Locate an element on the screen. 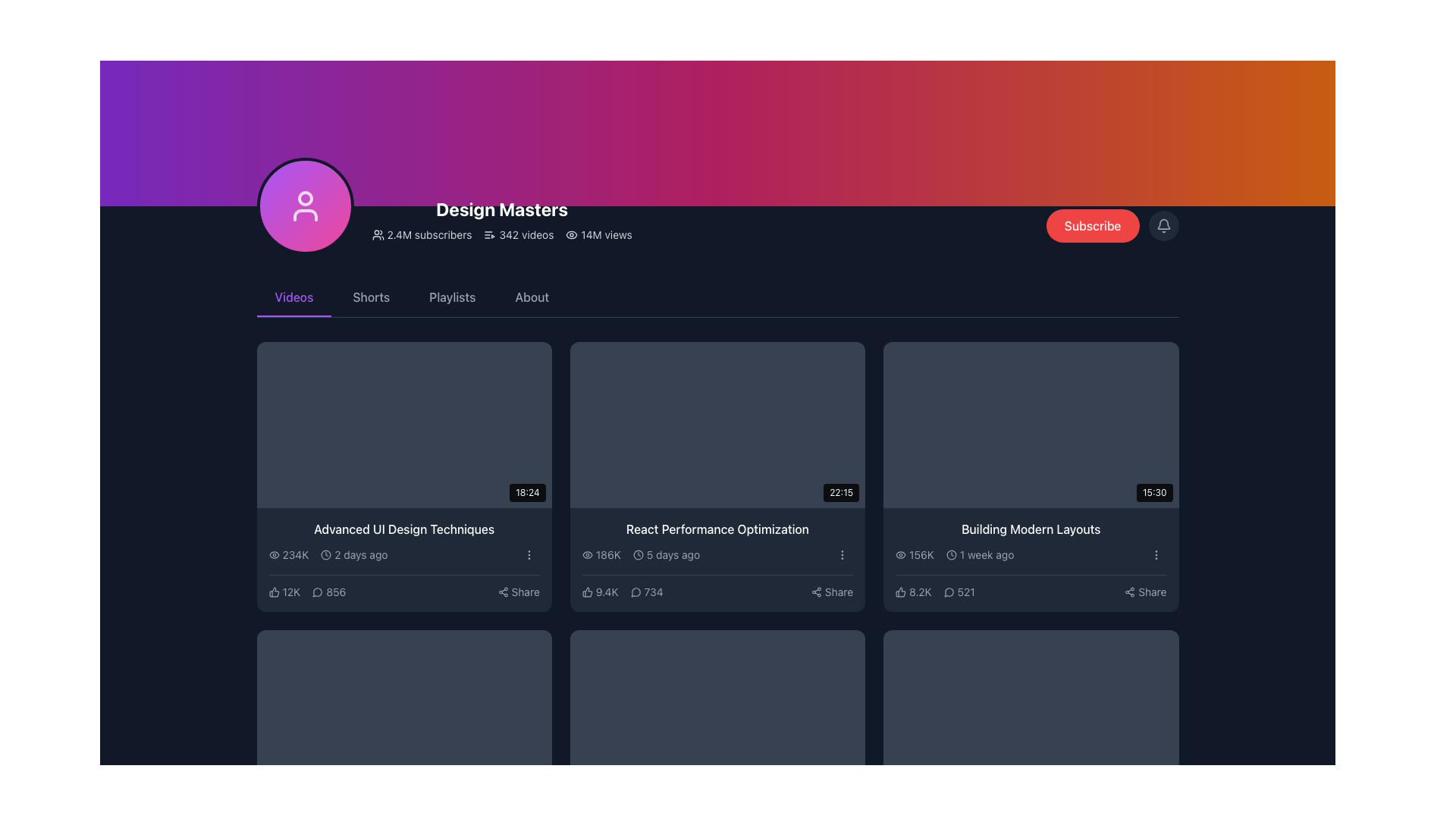  the static text label displaying the number of views for the video 'React Performance Optimization', located in the second card of the first row in the grid layout is located at coordinates (601, 555).